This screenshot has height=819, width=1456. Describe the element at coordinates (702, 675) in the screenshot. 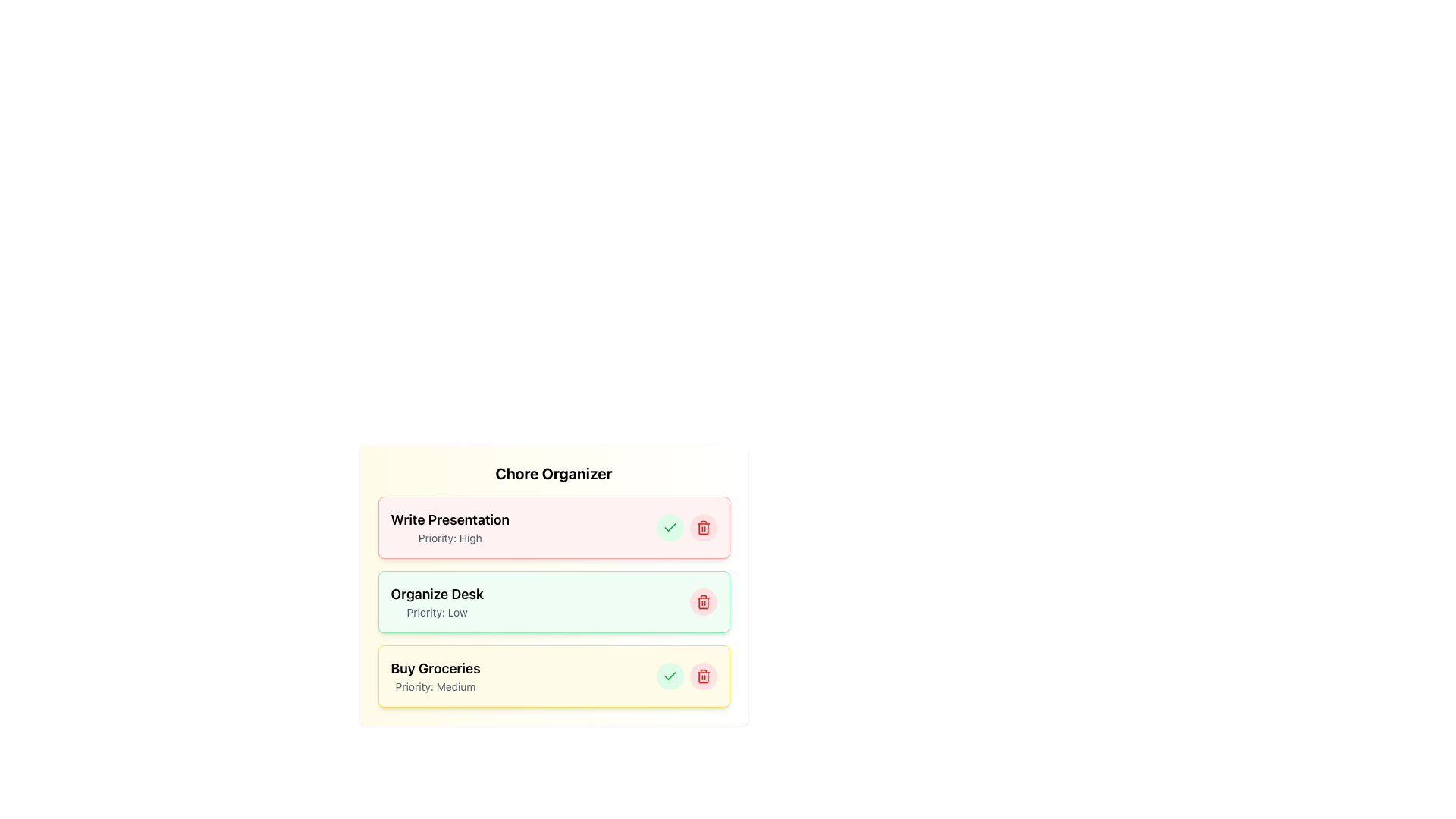

I see `the rounded red button with a trash bin icon located to the right of the 'Buy Groceries' list item in the 'Chore Organizer' interface` at that location.